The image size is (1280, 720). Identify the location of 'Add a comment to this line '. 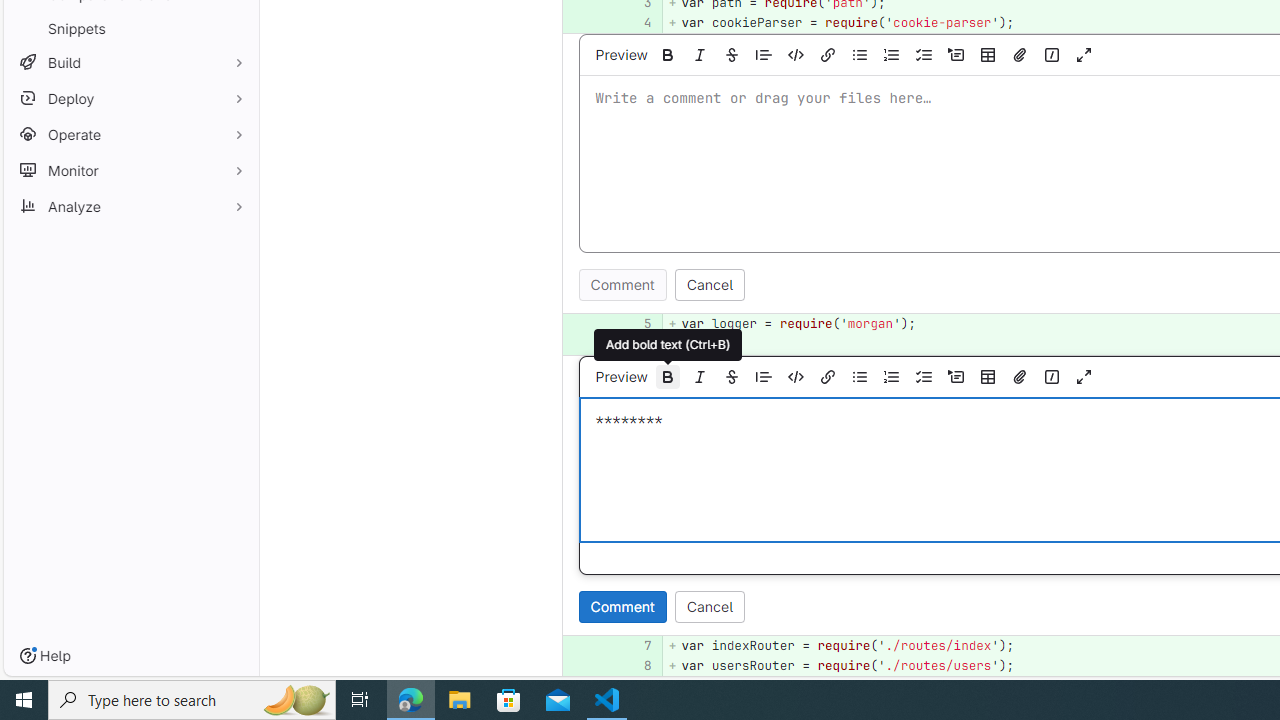
(586, 666).